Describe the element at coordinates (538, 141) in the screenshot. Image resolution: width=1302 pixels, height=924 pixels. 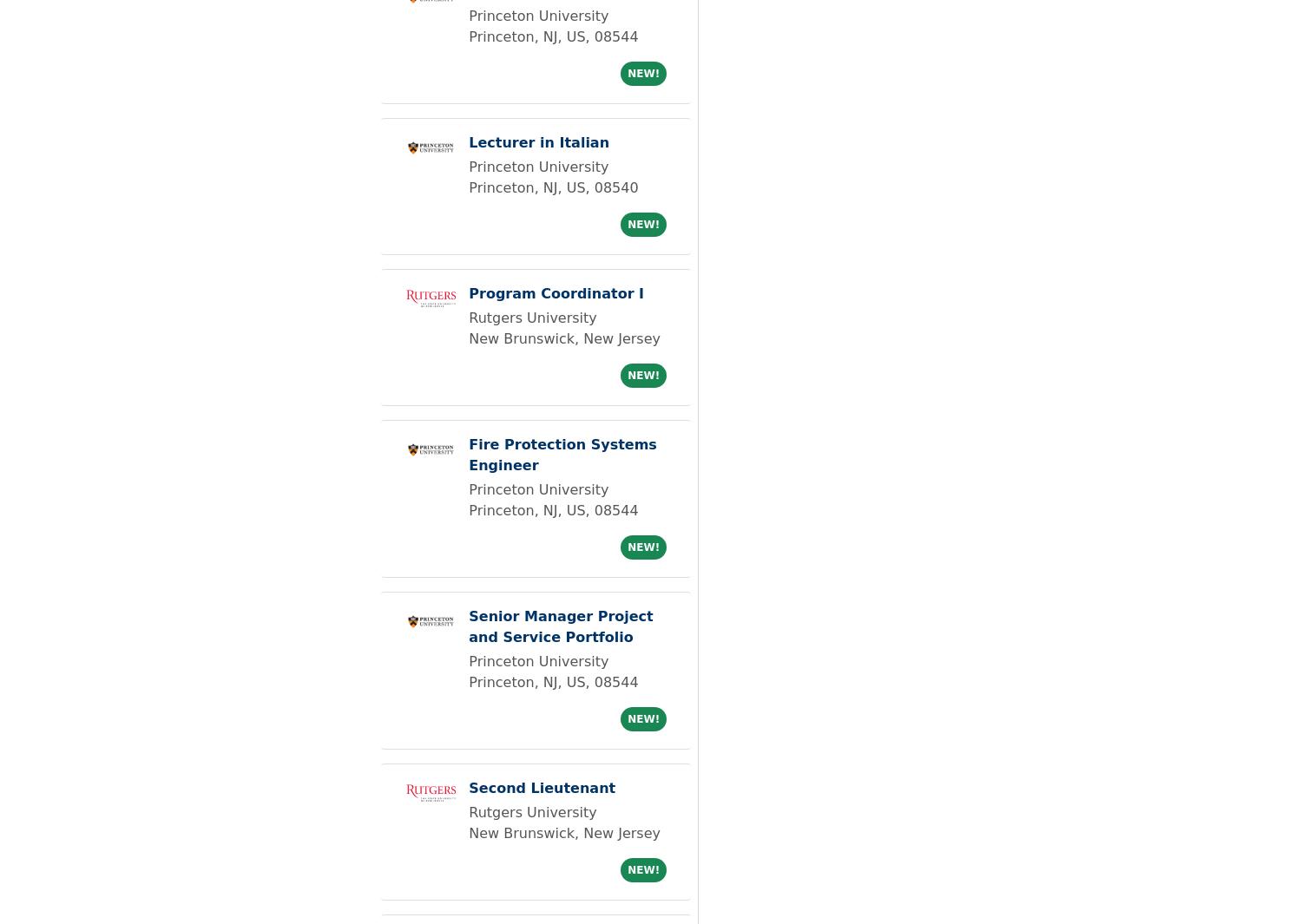
I see `'Lecturer in Italian'` at that location.